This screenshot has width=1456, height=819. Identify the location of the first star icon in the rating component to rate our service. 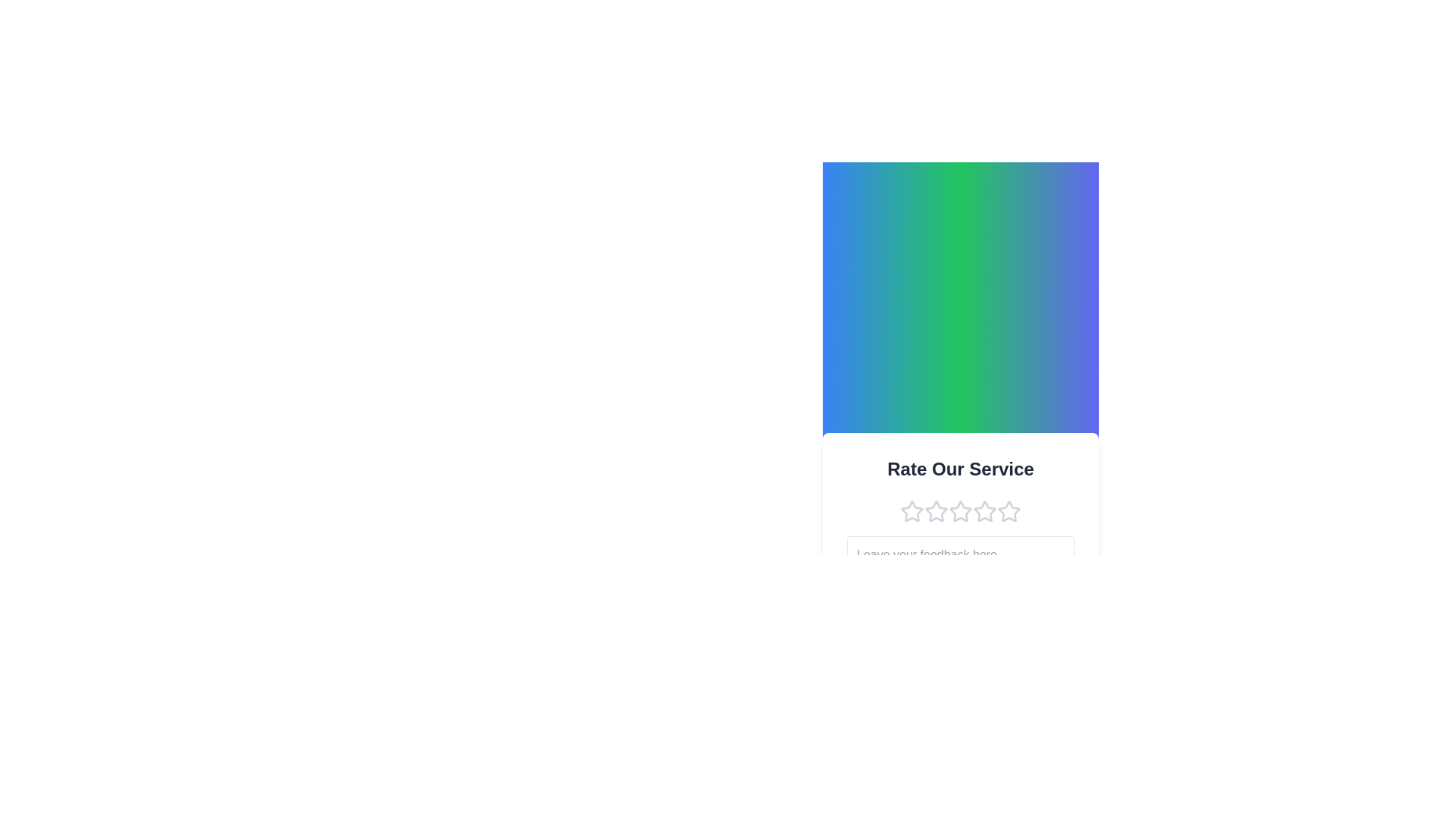
(910, 510).